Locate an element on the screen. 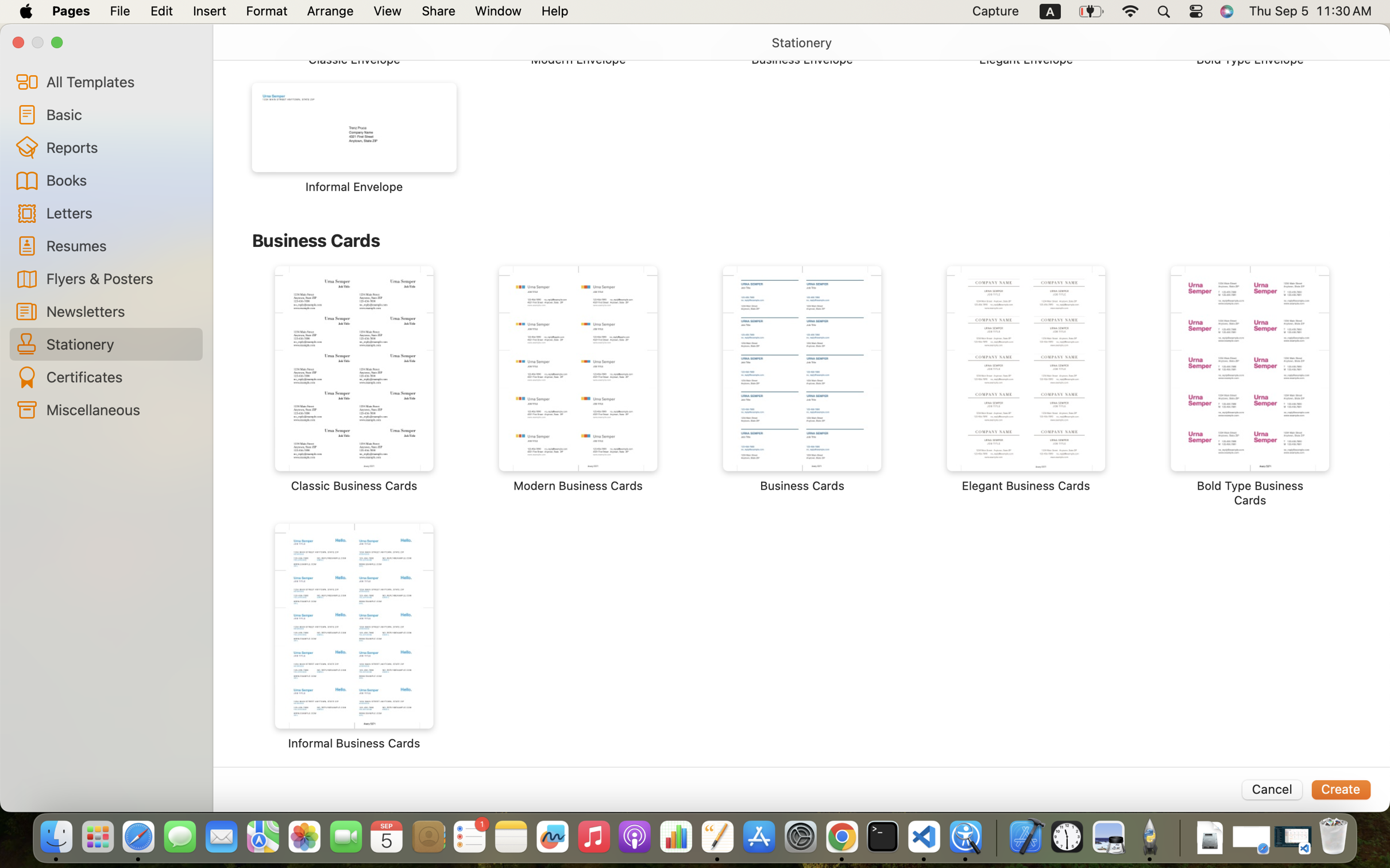  'Basic' is located at coordinates (119, 114).